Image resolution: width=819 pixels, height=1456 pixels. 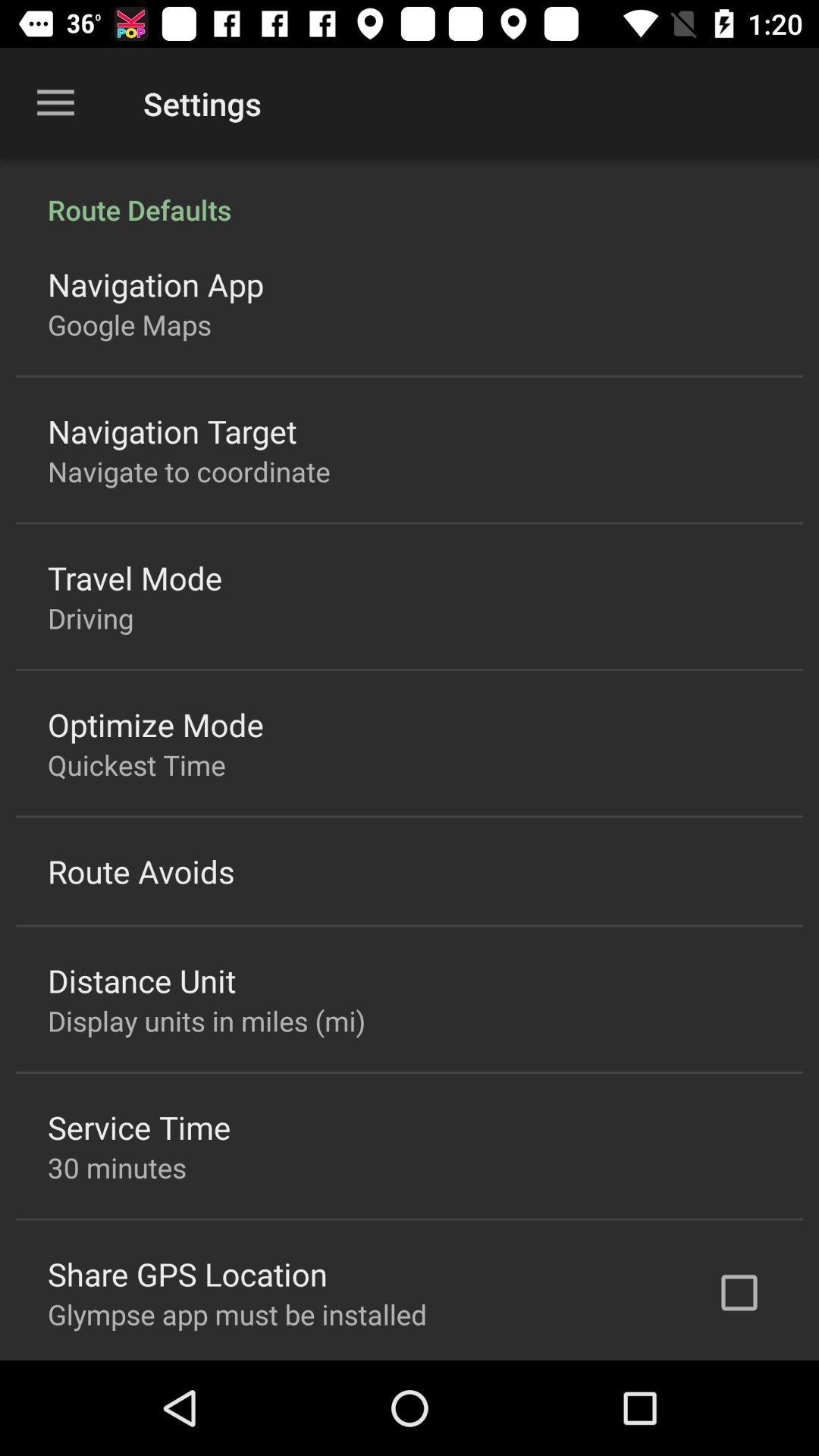 I want to click on item above distance unit item, so click(x=141, y=871).